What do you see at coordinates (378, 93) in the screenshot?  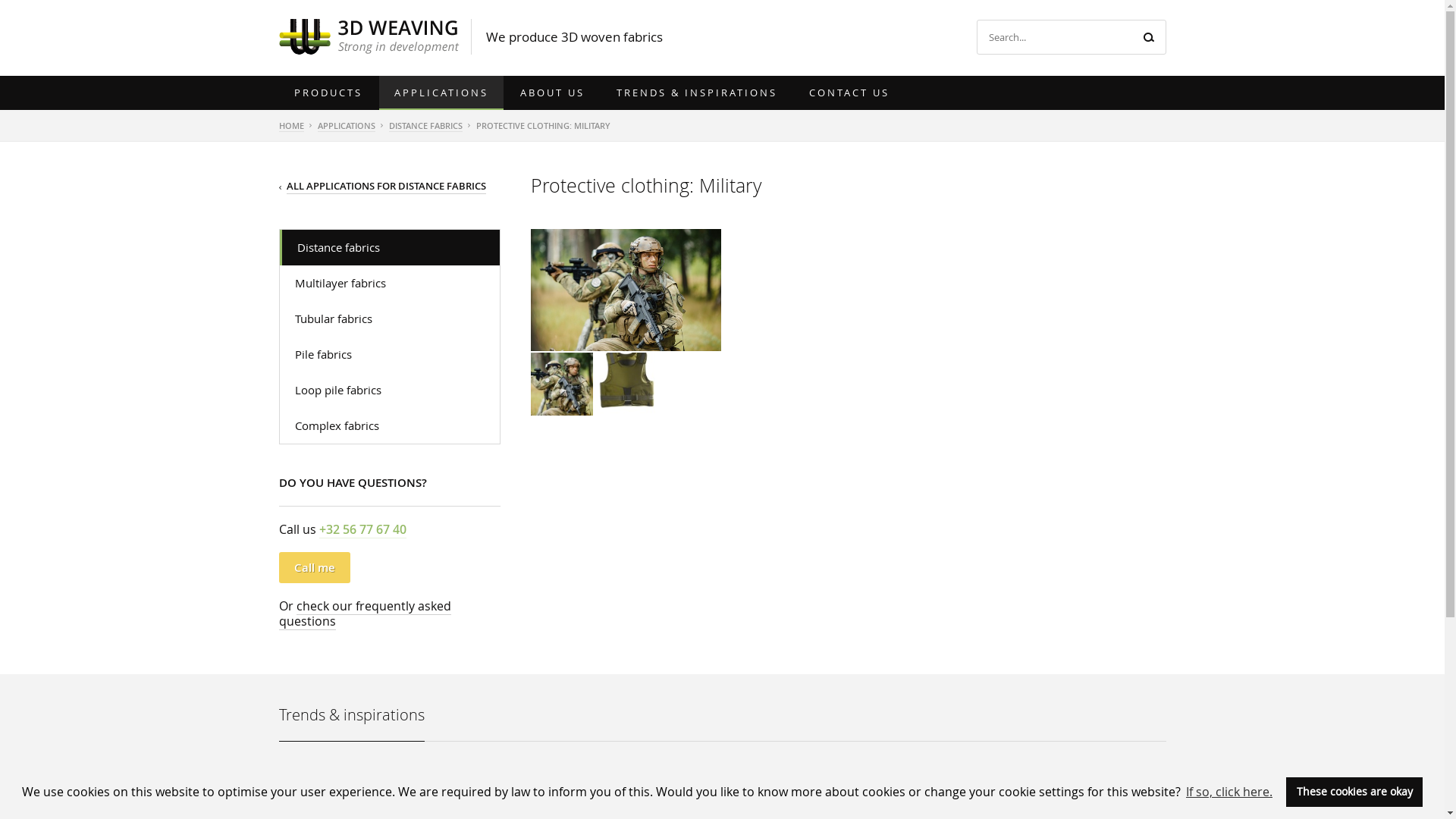 I see `'APPLICATIONS'` at bounding box center [378, 93].